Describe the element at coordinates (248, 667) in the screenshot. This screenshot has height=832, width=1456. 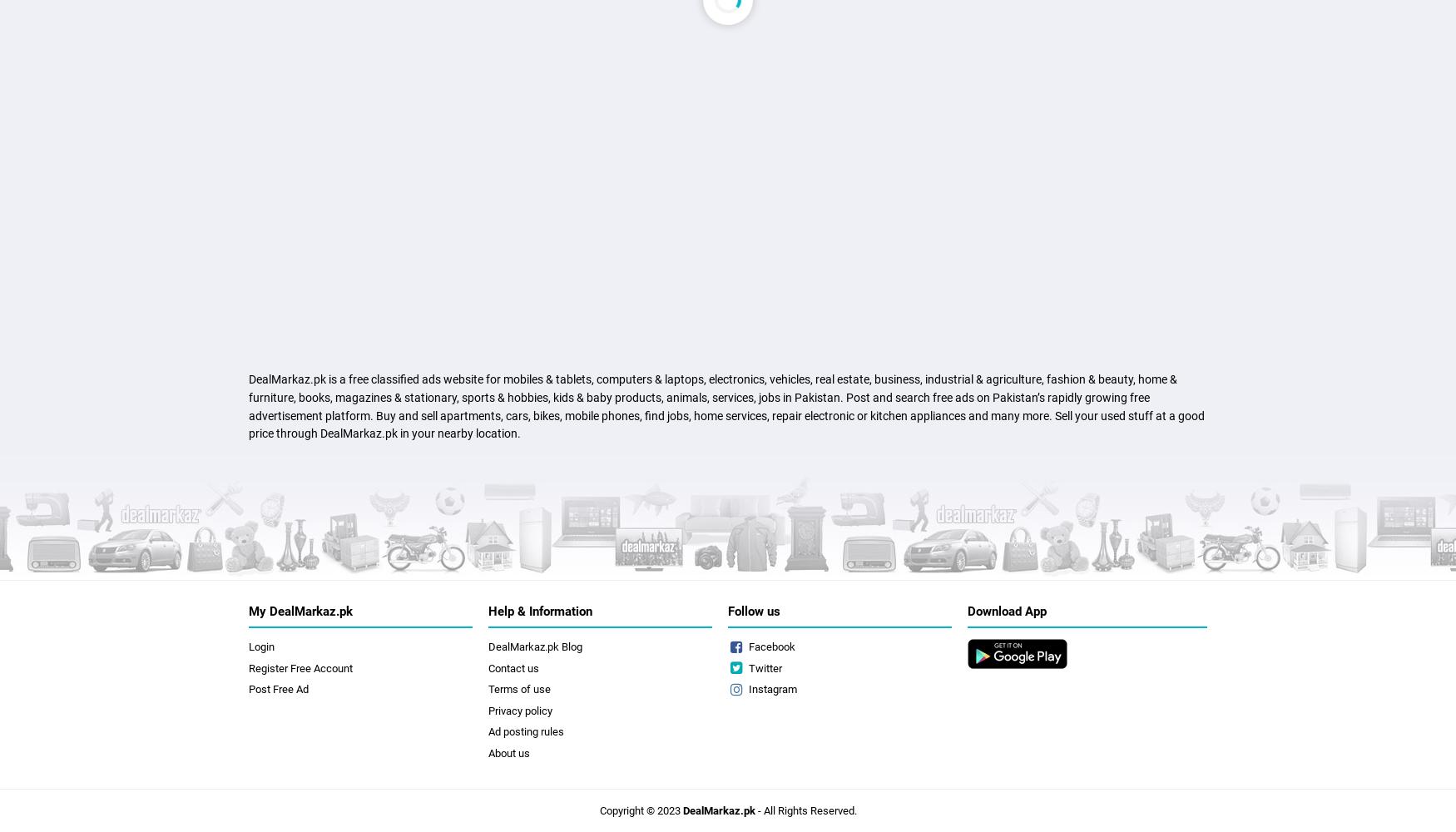
I see `'Register Free Account'` at that location.